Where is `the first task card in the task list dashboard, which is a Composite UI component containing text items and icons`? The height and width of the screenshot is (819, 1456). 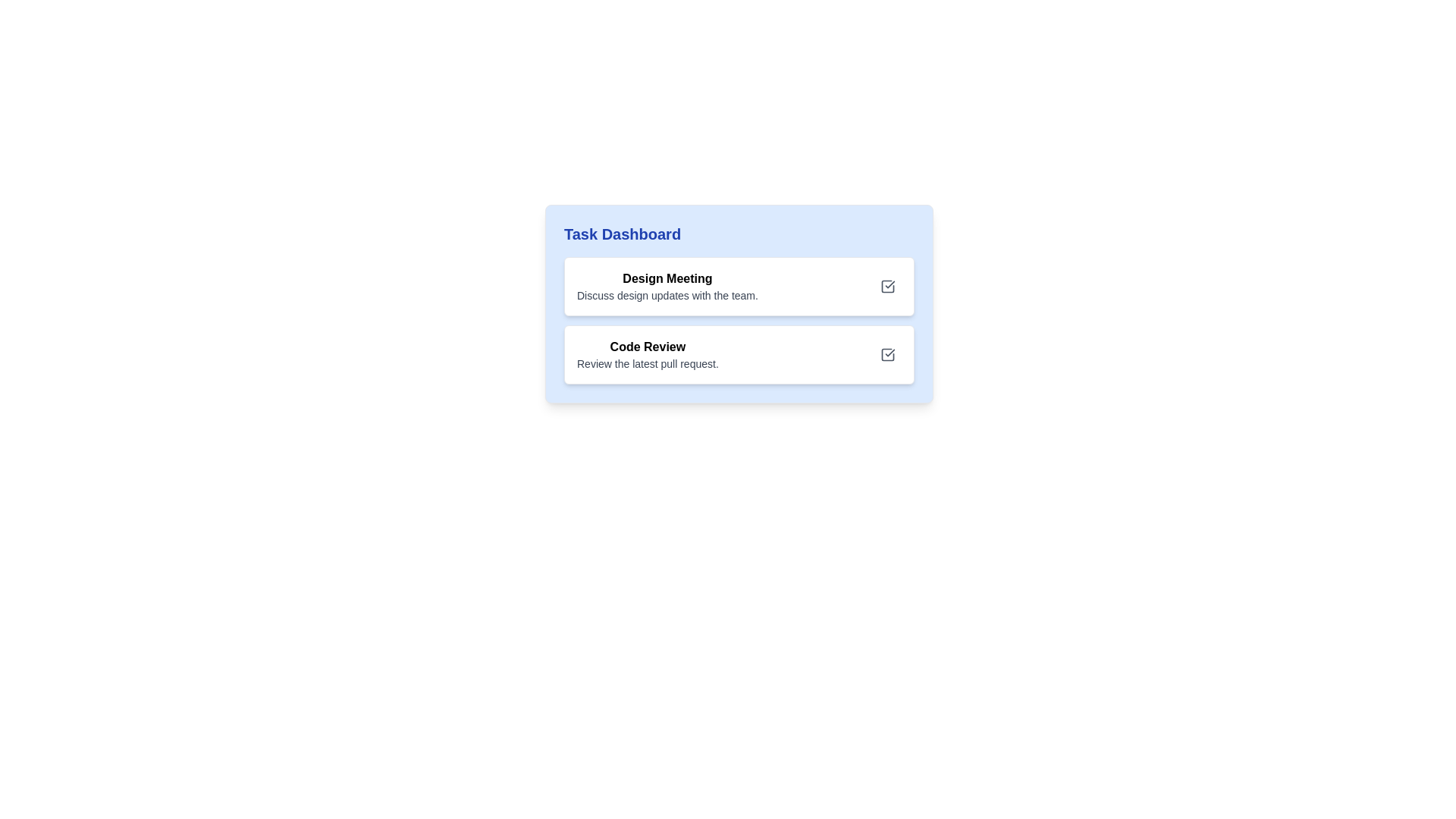 the first task card in the task list dashboard, which is a Composite UI component containing text items and icons is located at coordinates (739, 304).